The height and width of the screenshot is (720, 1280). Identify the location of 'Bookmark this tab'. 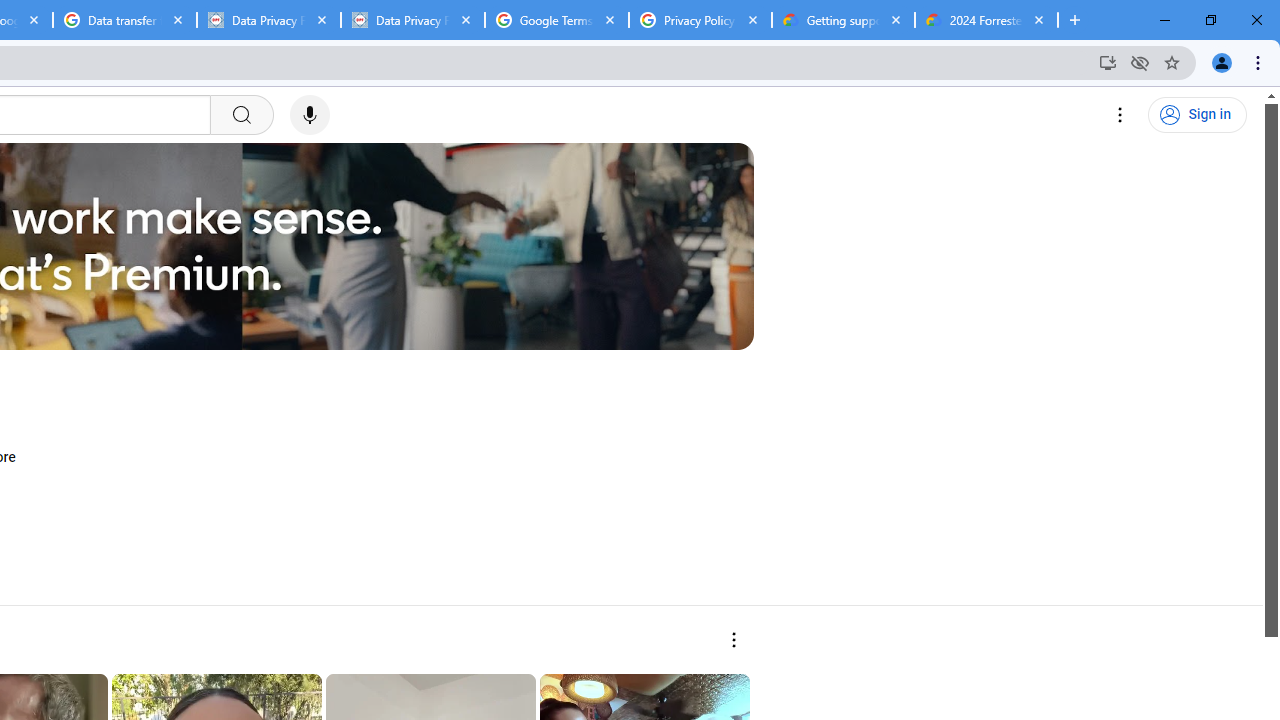
(1171, 61).